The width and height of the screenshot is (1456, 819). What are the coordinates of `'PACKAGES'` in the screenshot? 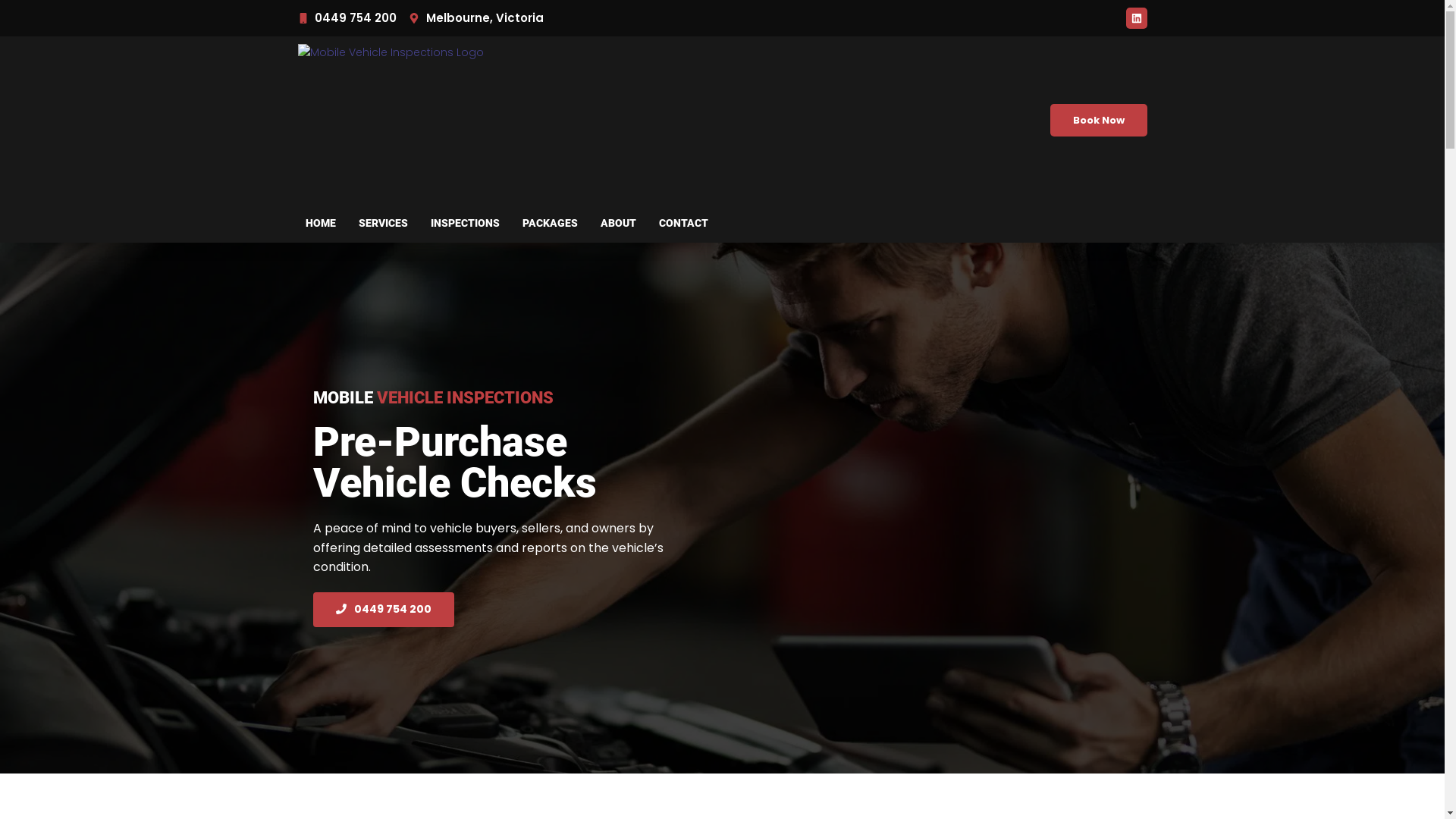 It's located at (549, 222).